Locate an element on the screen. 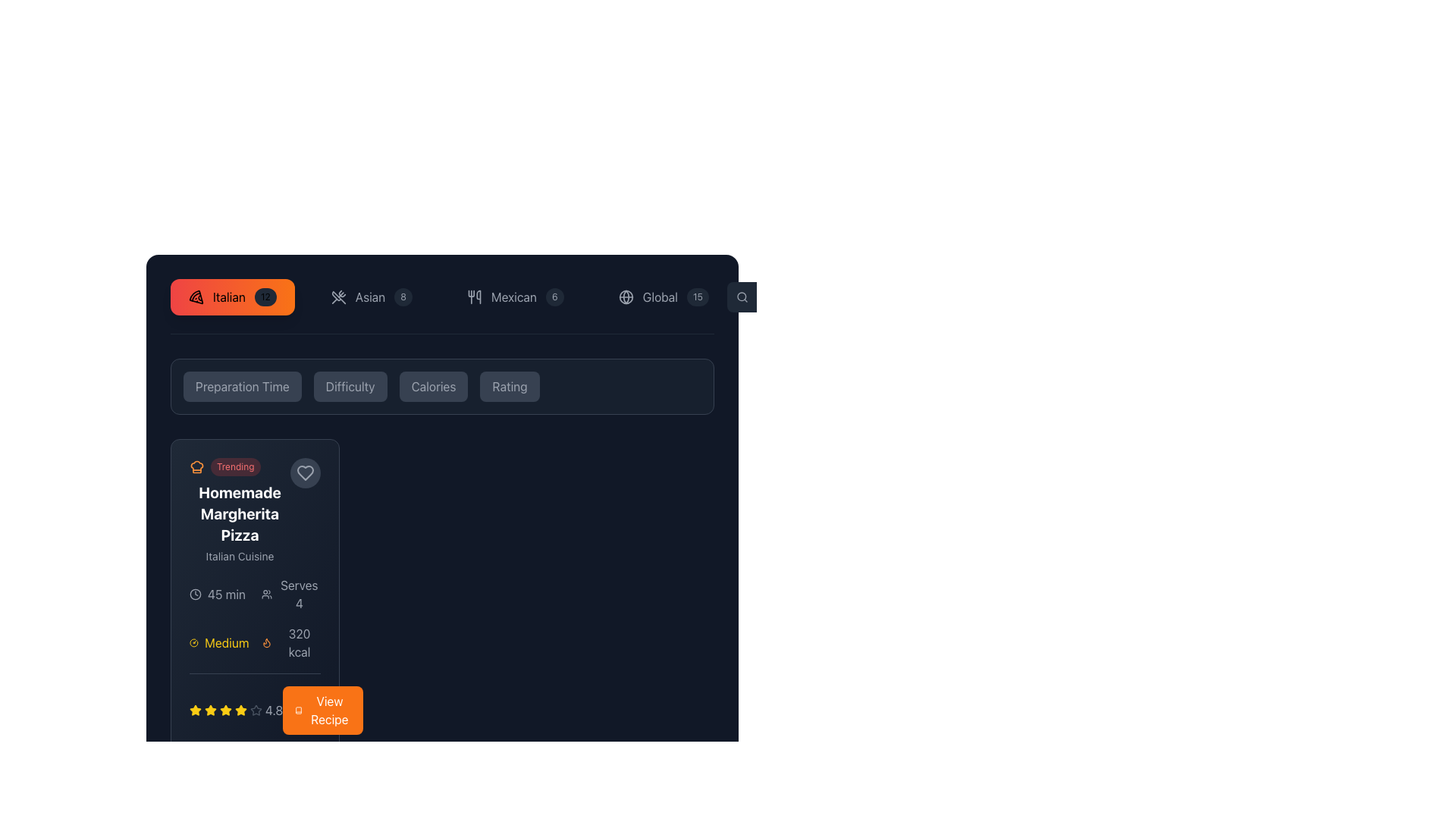  the heart-shaped outline icon located at the top right corner of the recipe card is located at coordinates (305, 472).